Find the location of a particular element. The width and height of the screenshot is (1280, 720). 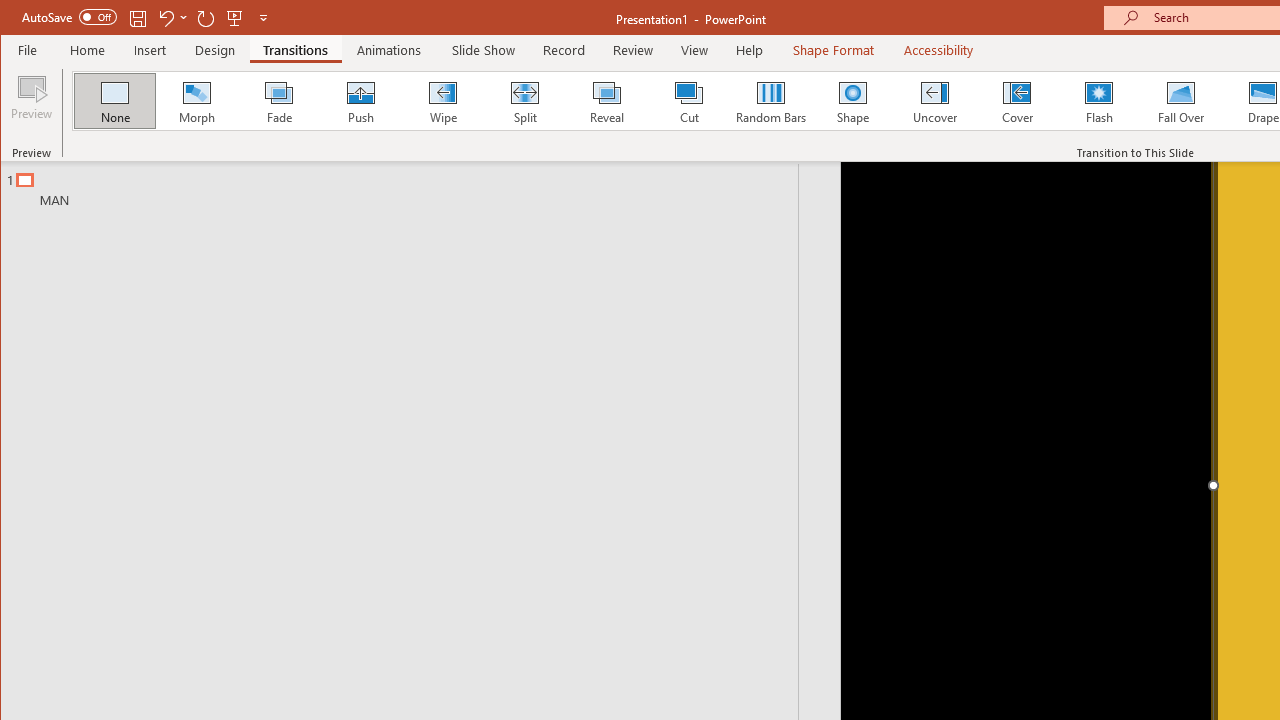

'Cover' is located at coordinates (1016, 100).